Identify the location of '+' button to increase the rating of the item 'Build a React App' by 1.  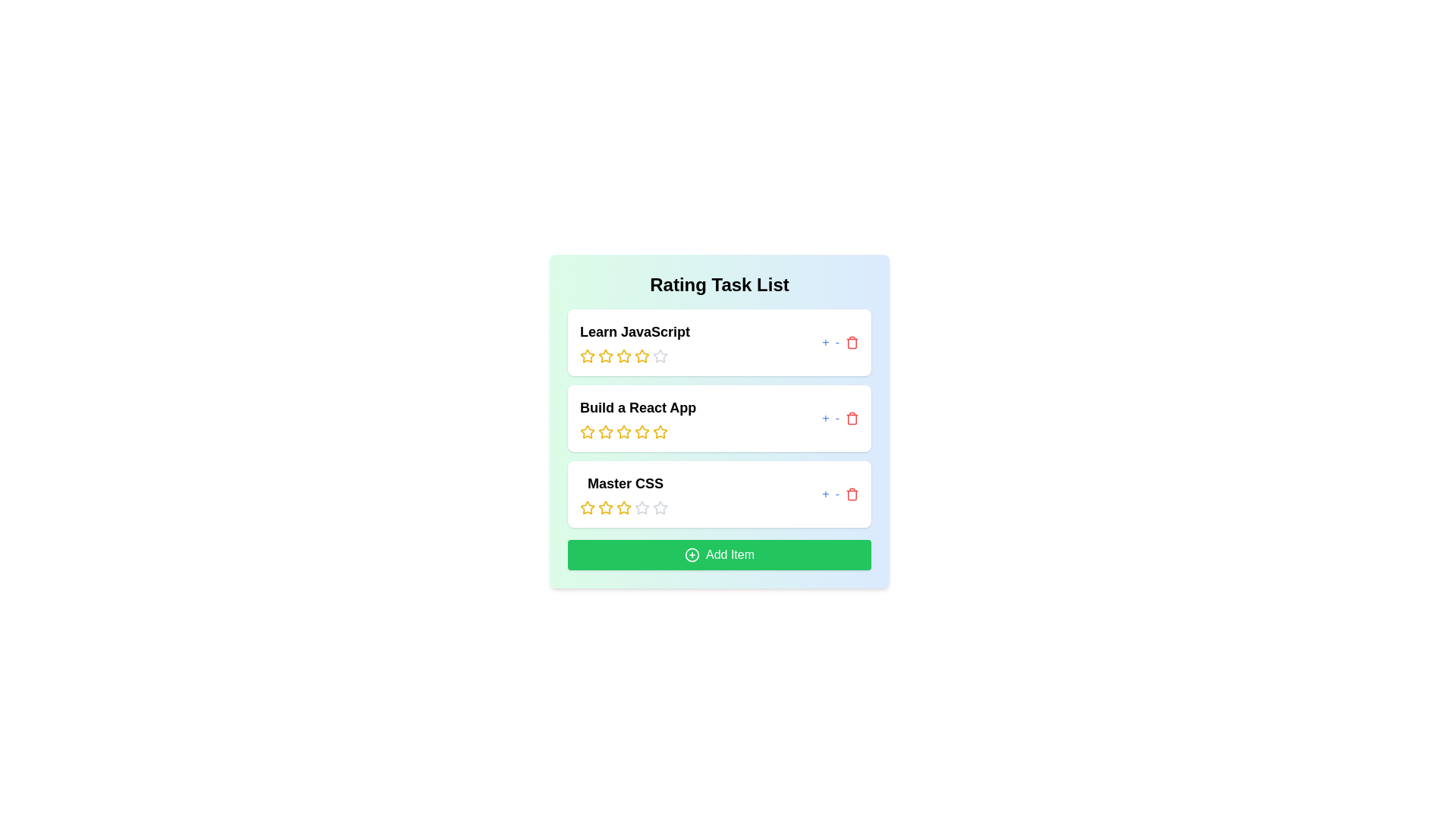
(825, 418).